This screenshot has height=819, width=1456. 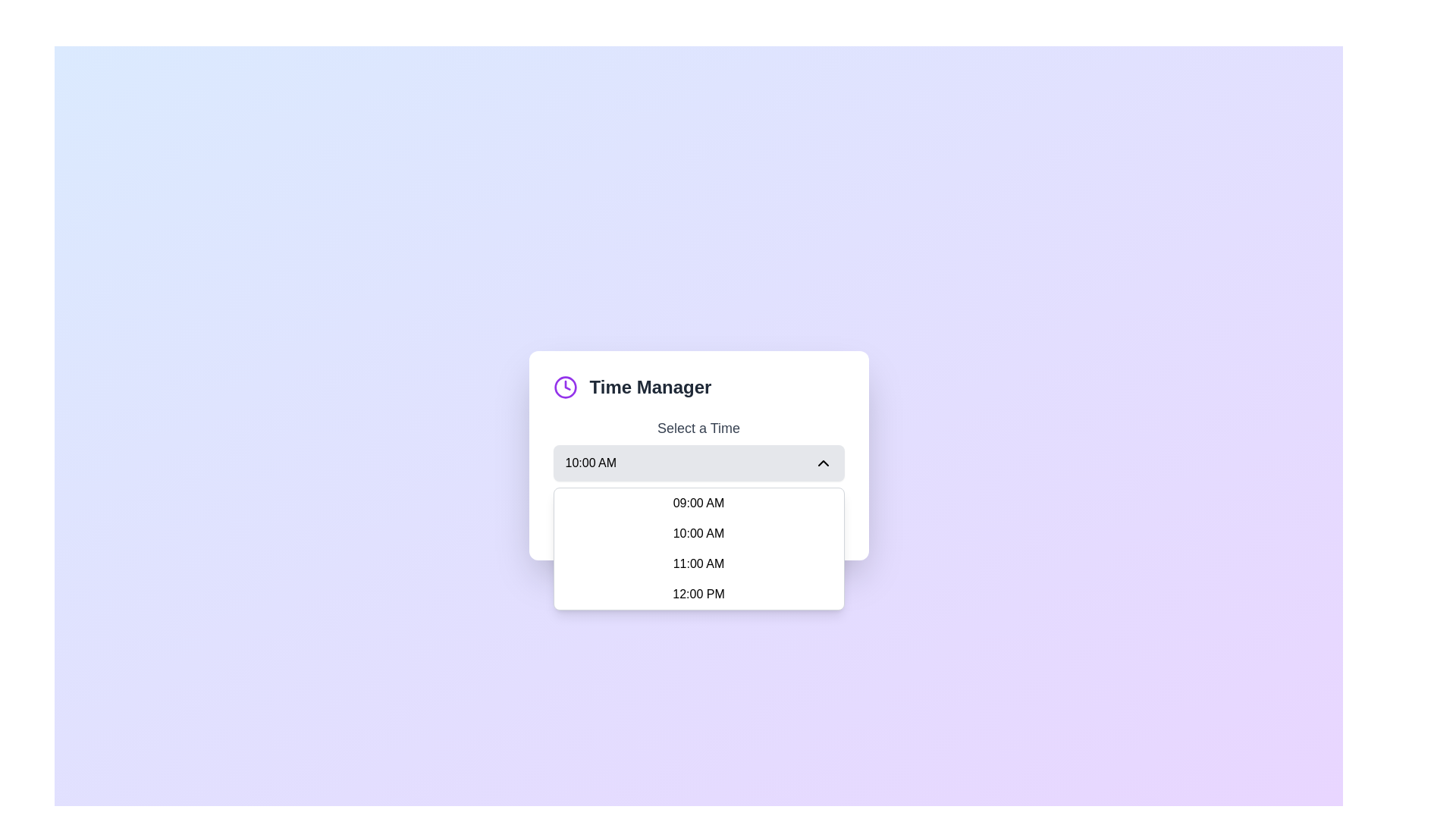 I want to click on the calendar button located on the right-hand side of the interface, which allows the user, so click(x=783, y=516).